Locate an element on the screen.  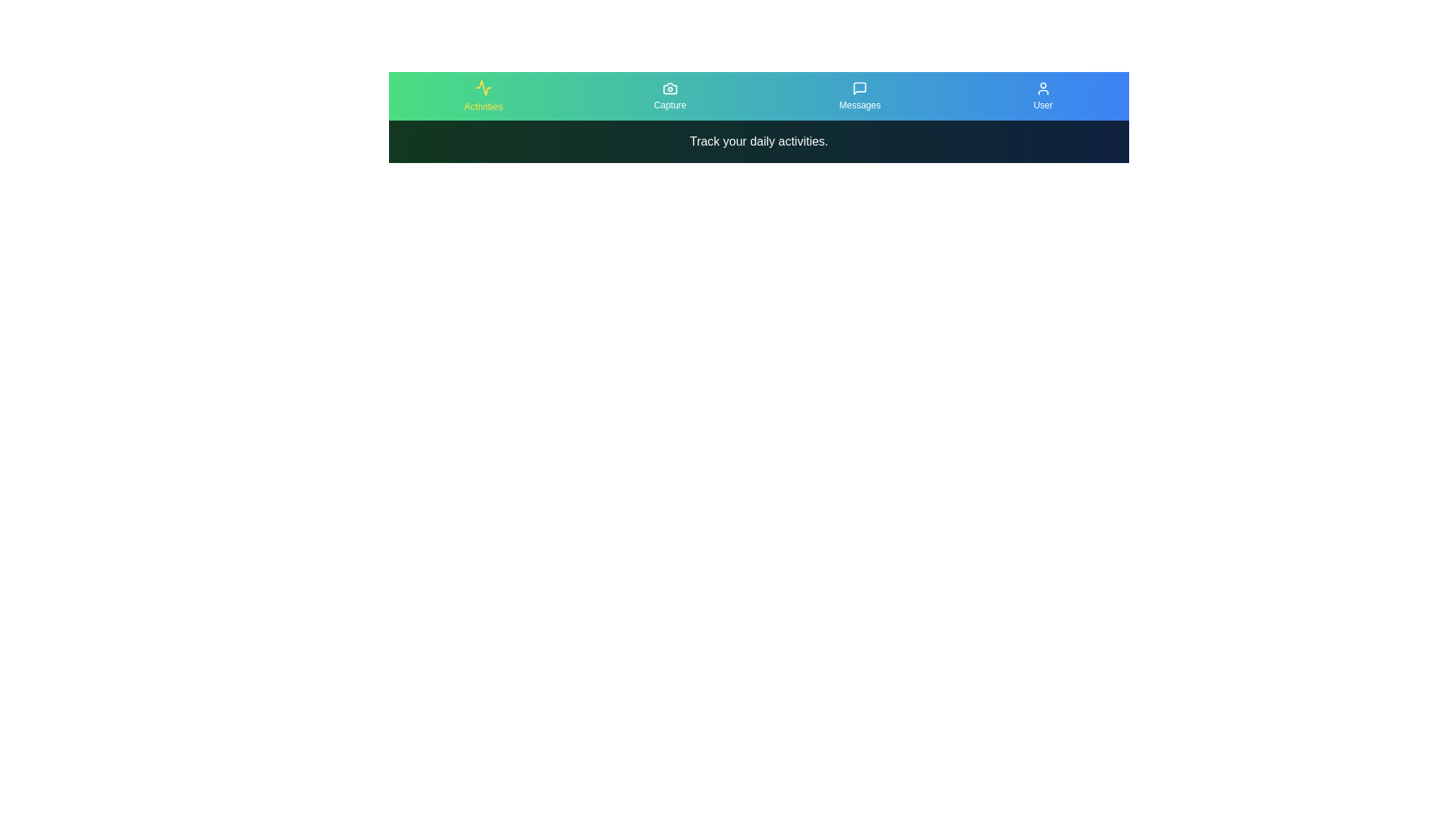
the Capture tab to view its content is located at coordinates (669, 96).